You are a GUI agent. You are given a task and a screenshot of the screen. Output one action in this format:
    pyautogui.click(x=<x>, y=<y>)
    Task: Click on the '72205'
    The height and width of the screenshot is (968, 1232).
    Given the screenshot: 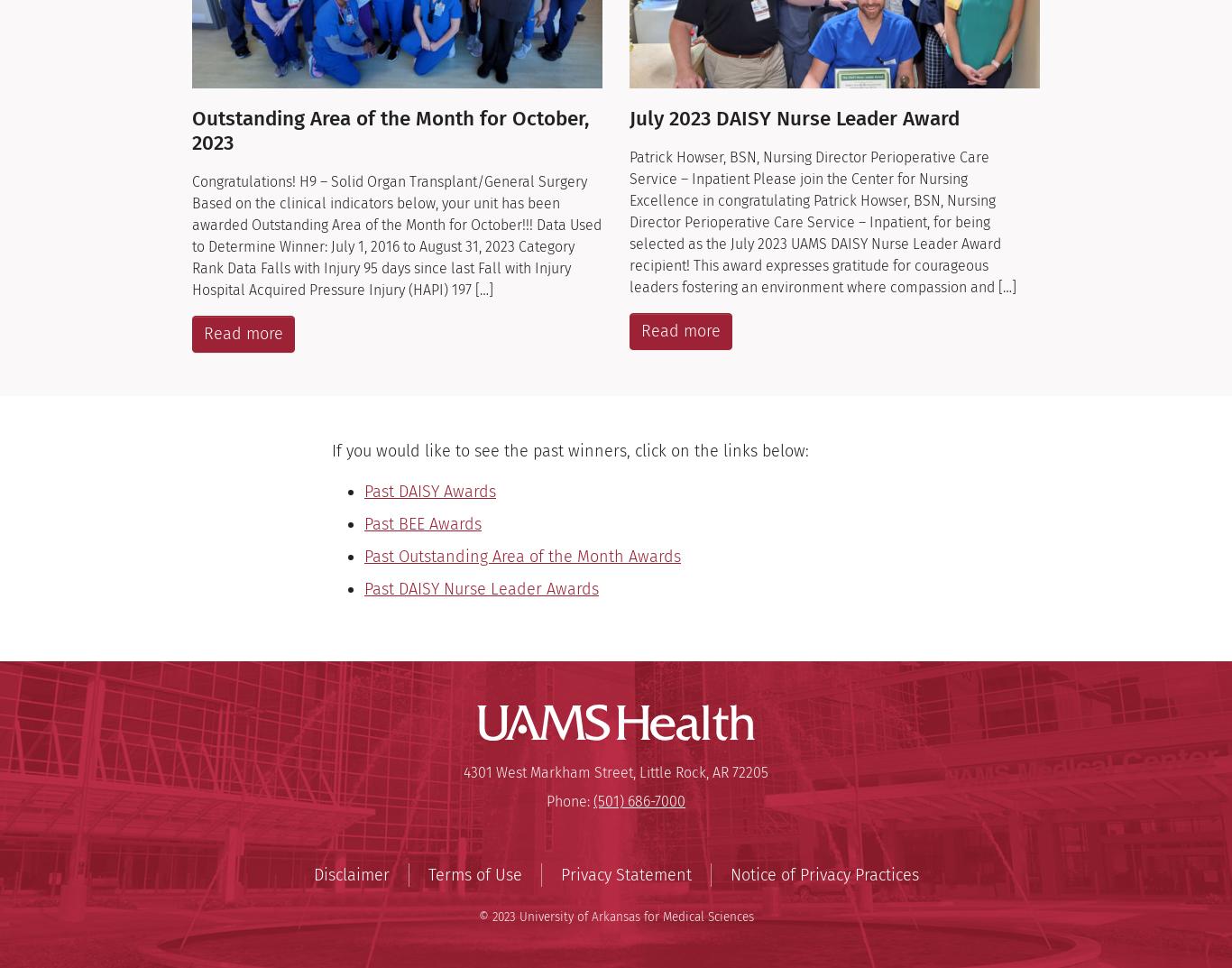 What is the action you would take?
    pyautogui.click(x=749, y=771)
    